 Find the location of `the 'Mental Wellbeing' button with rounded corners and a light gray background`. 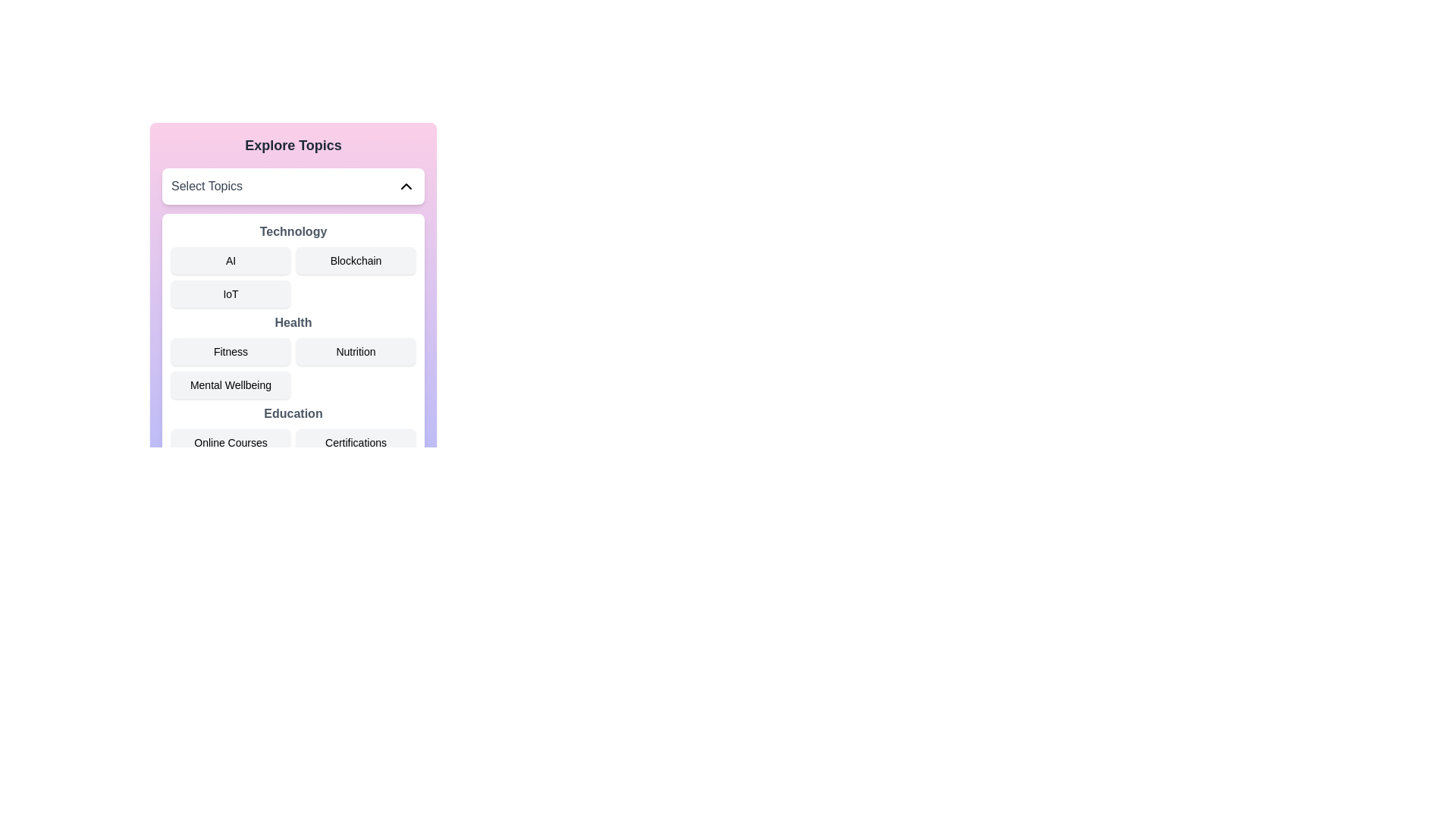

the 'Mental Wellbeing' button with rounded corners and a light gray background is located at coordinates (230, 384).